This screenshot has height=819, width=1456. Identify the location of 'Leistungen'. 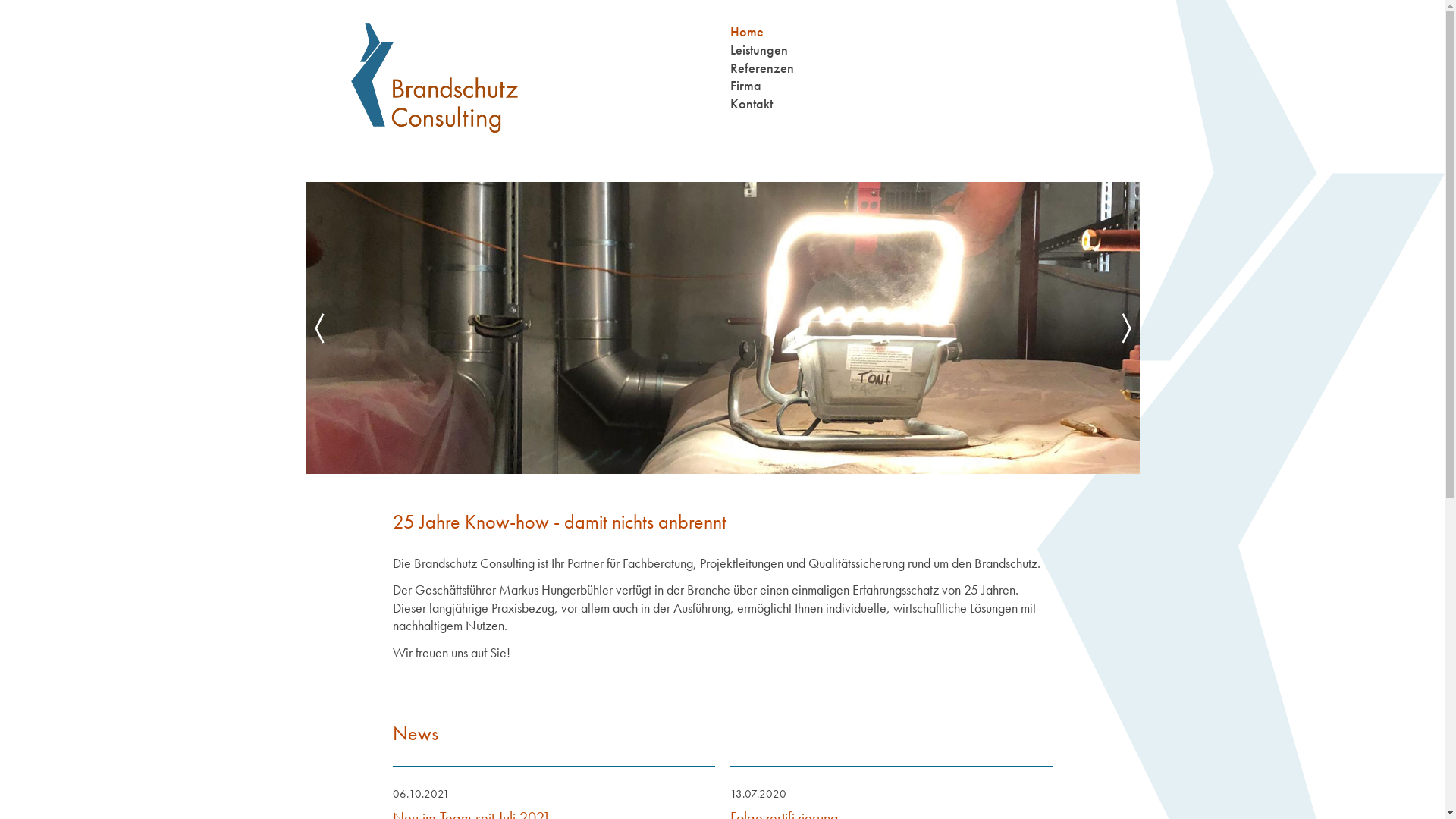
(758, 49).